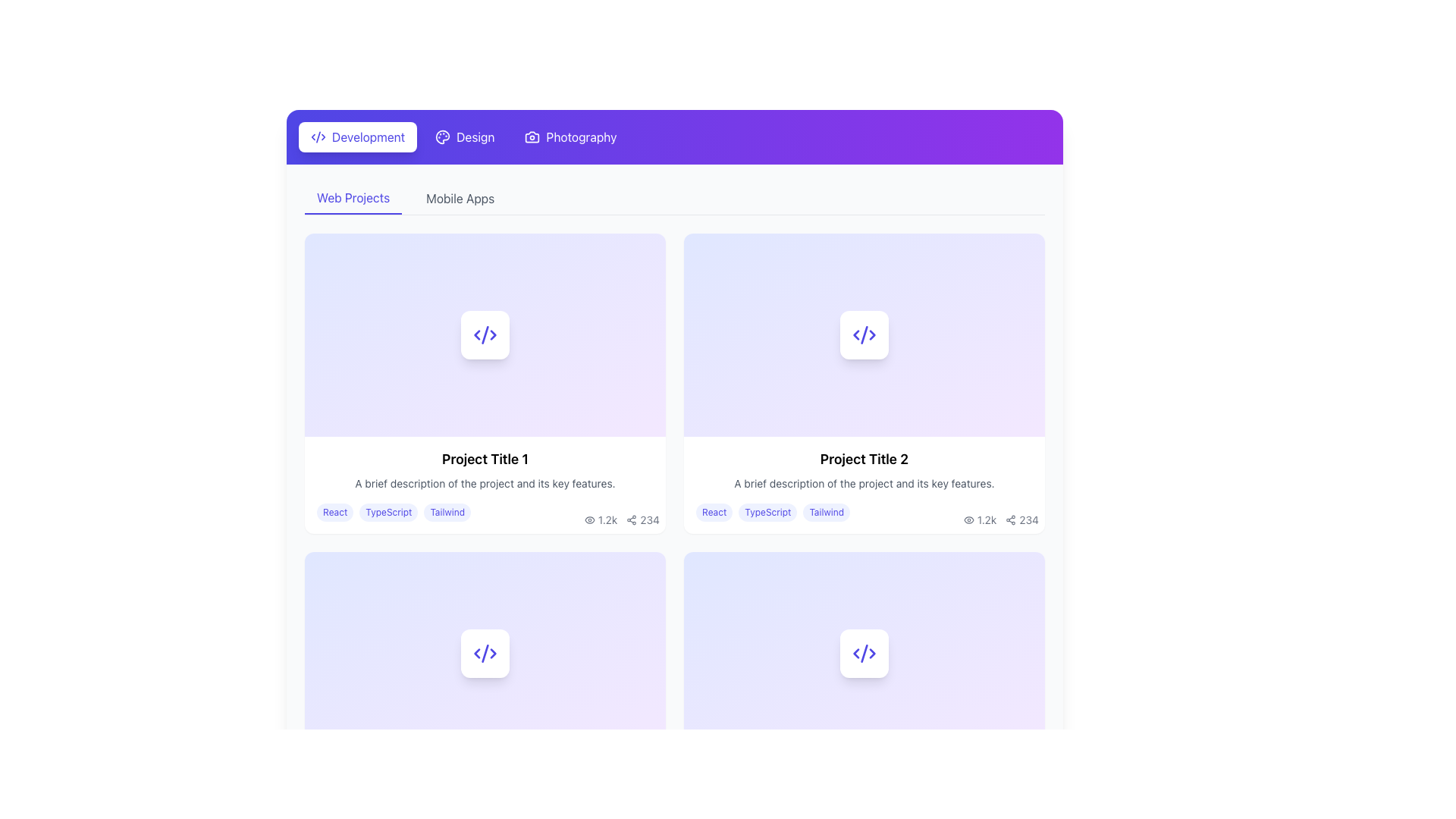  Describe the element at coordinates (570, 137) in the screenshot. I see `the 'Photography' button, which is the third button in the purple navigation bar` at that location.